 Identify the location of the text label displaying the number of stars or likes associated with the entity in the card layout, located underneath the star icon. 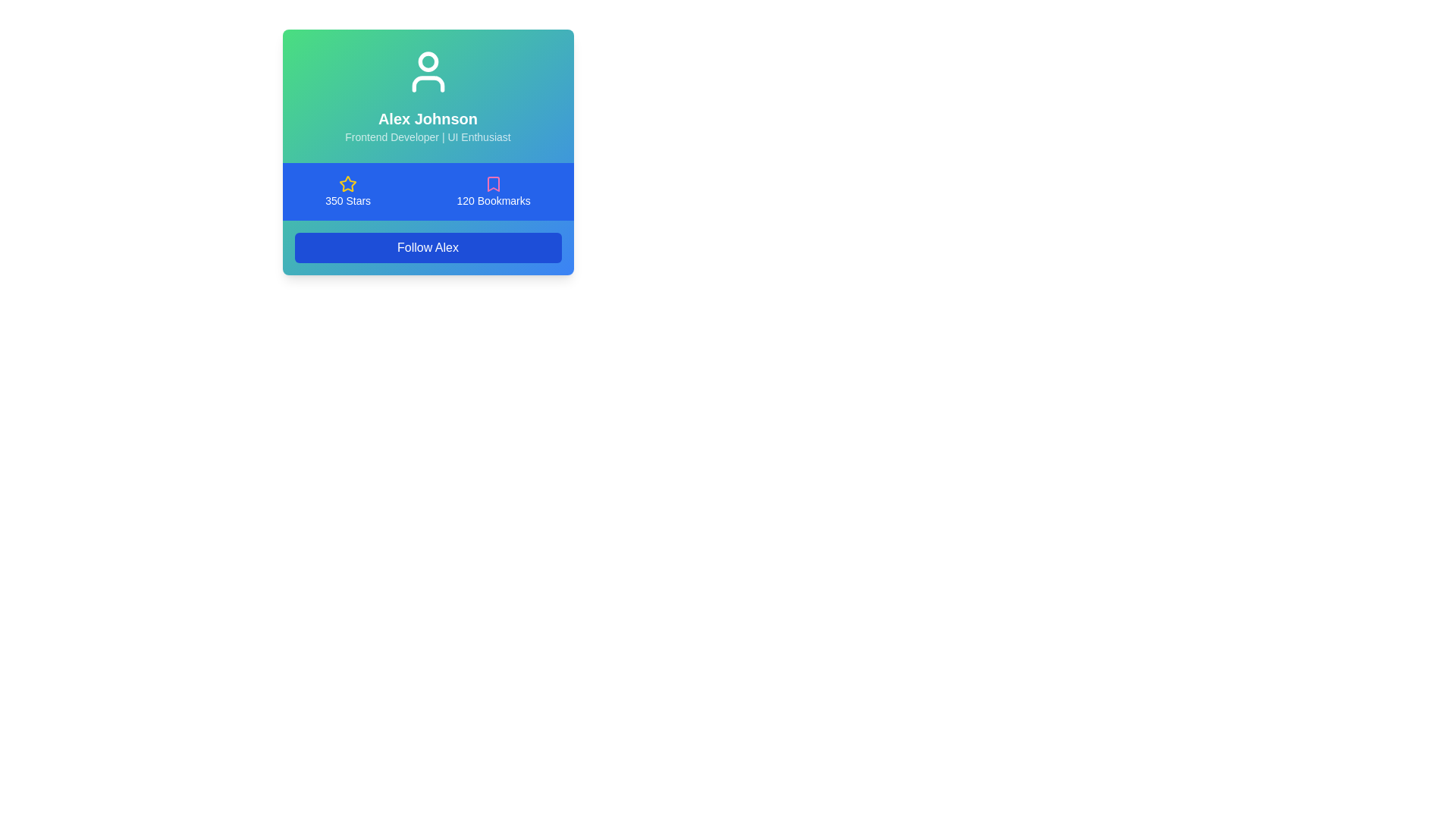
(347, 200).